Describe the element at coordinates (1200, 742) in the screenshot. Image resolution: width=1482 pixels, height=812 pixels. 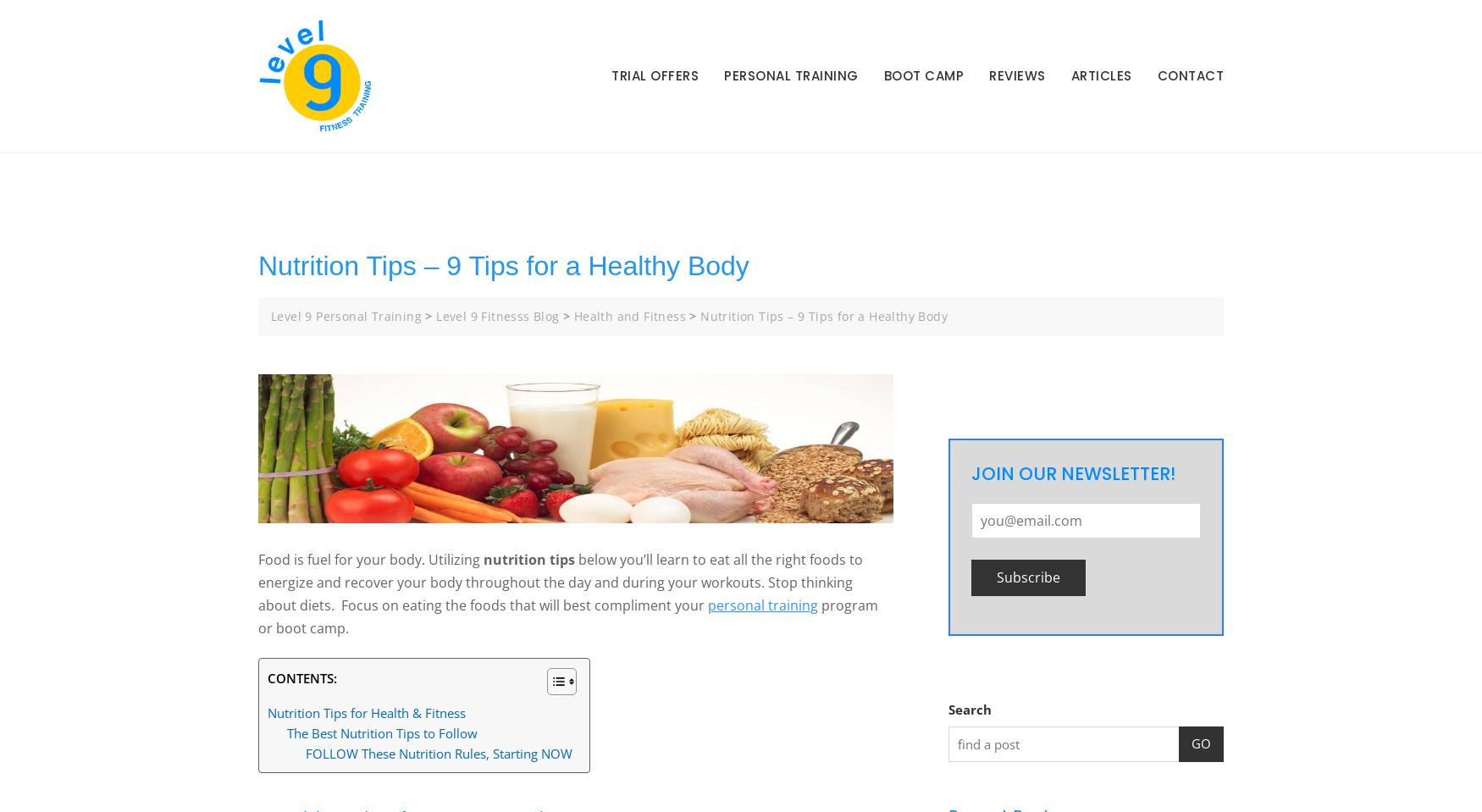
I see `'GO'` at that location.